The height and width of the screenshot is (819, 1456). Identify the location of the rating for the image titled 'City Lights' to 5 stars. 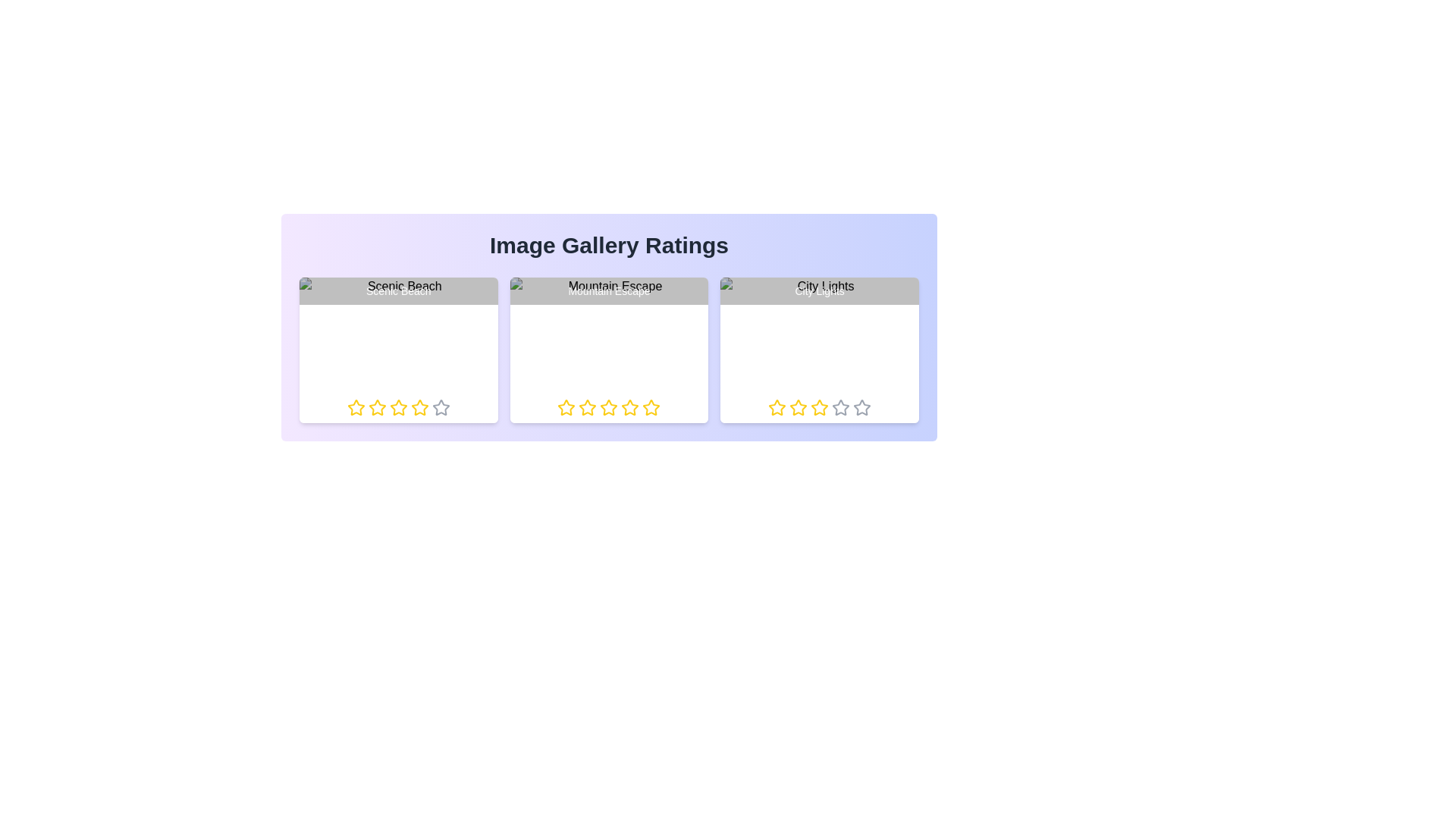
(853, 406).